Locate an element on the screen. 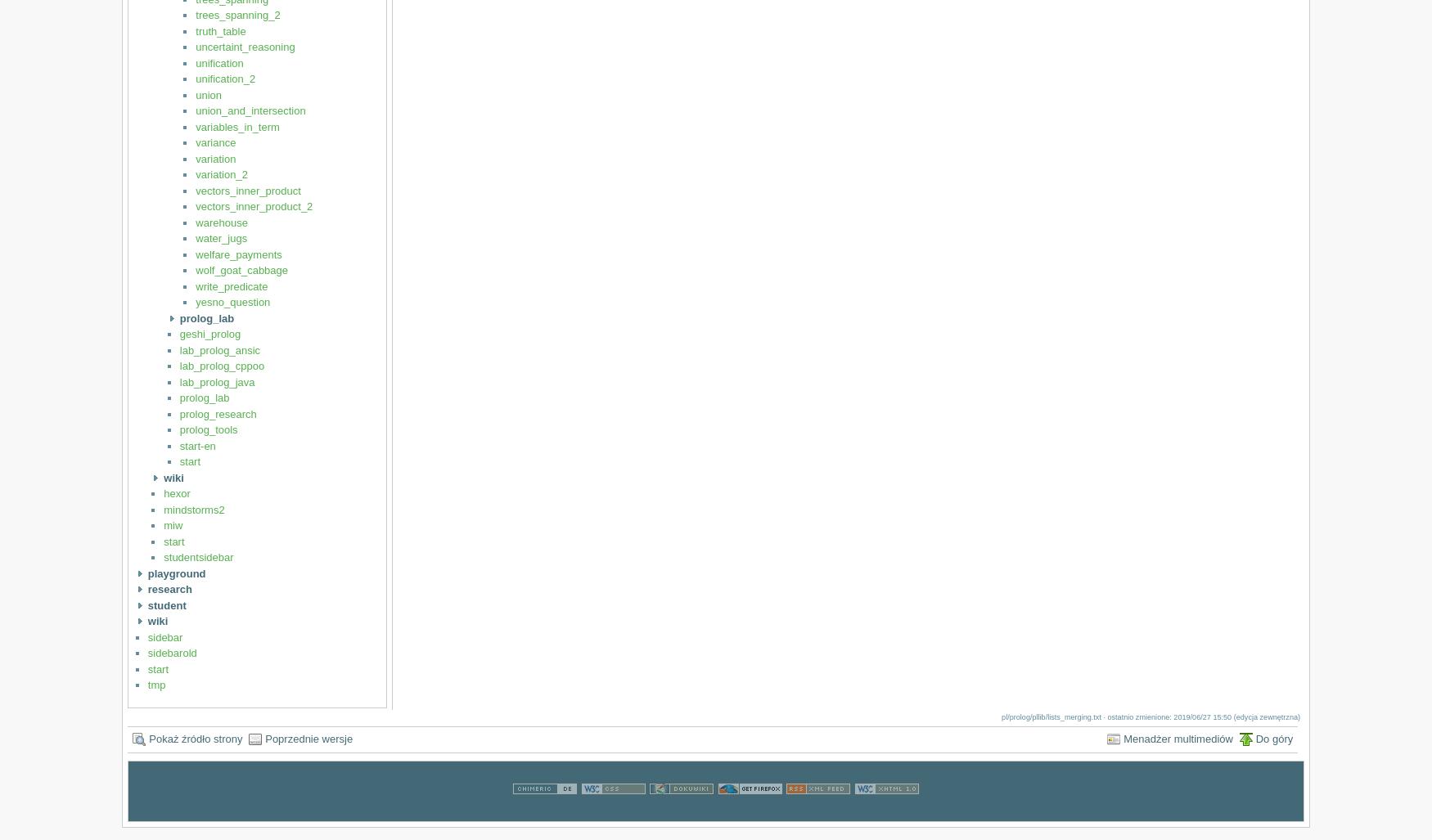  'vectors_inner_product_2' is located at coordinates (196, 206).